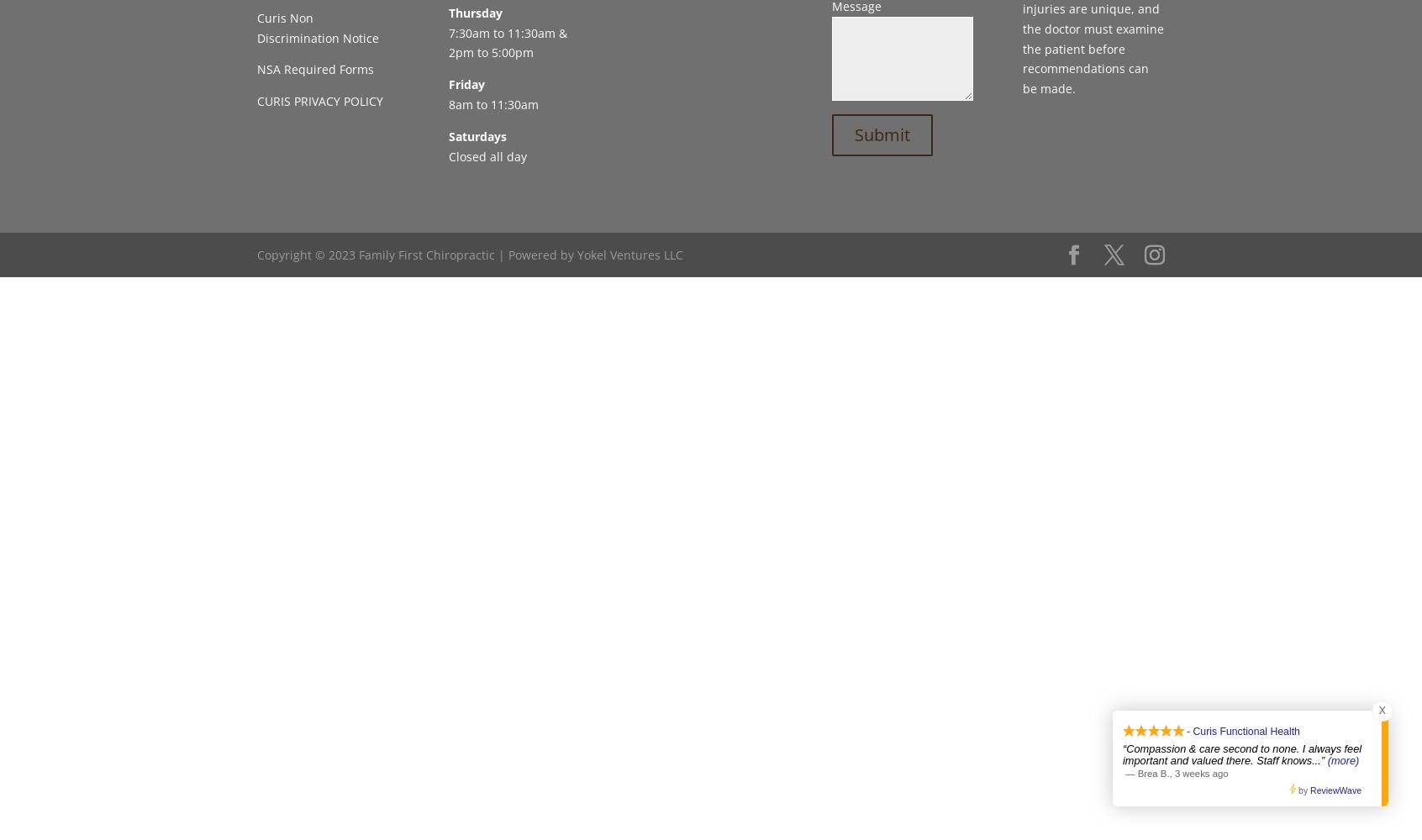  I want to click on ',', so click(1172, 773).